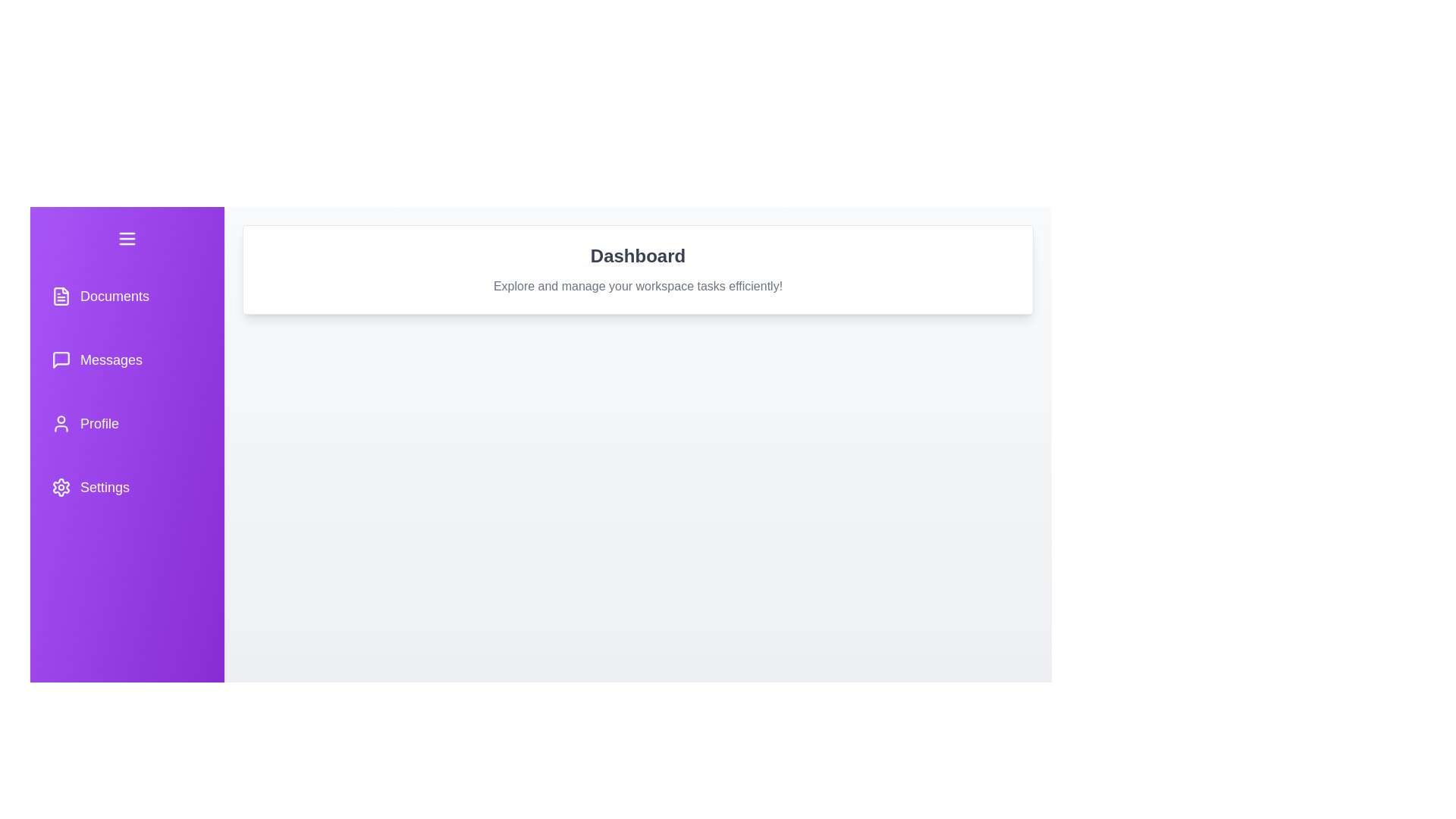 The image size is (1456, 819). Describe the element at coordinates (638, 617) in the screenshot. I see `the main content area of the dashboard to simulate user interaction` at that location.